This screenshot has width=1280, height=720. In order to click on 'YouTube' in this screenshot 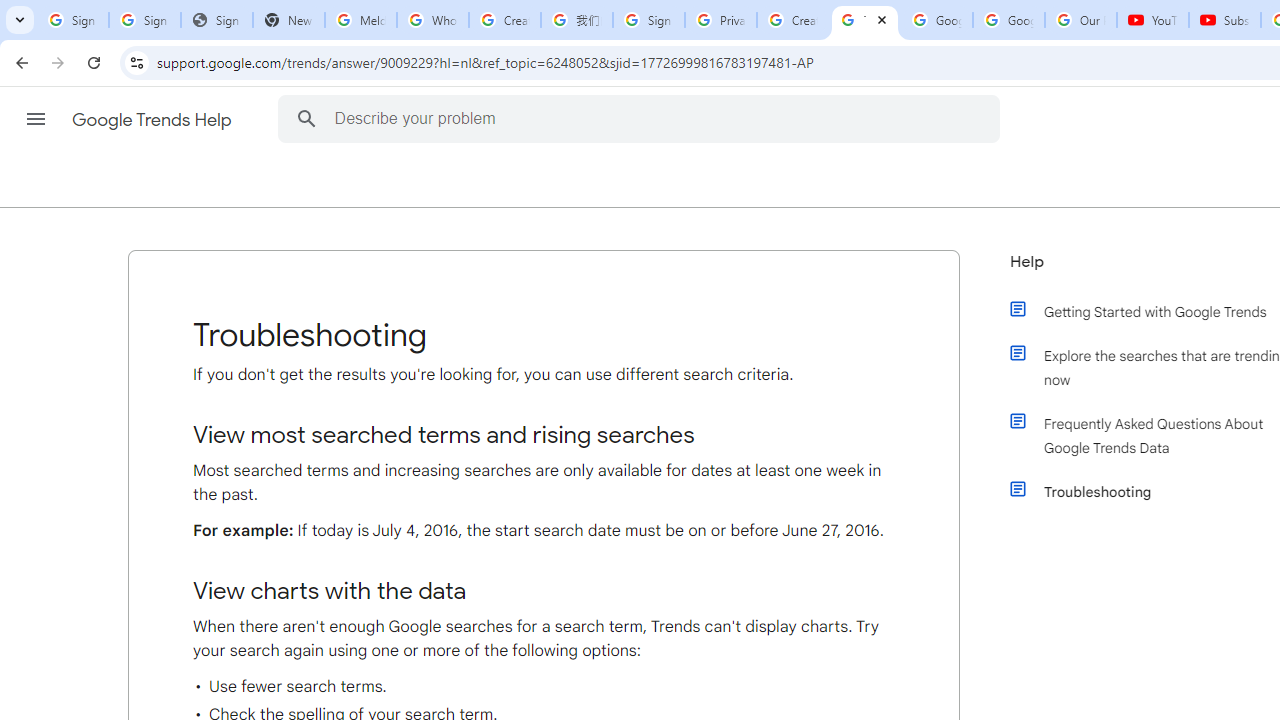, I will do `click(1153, 20)`.